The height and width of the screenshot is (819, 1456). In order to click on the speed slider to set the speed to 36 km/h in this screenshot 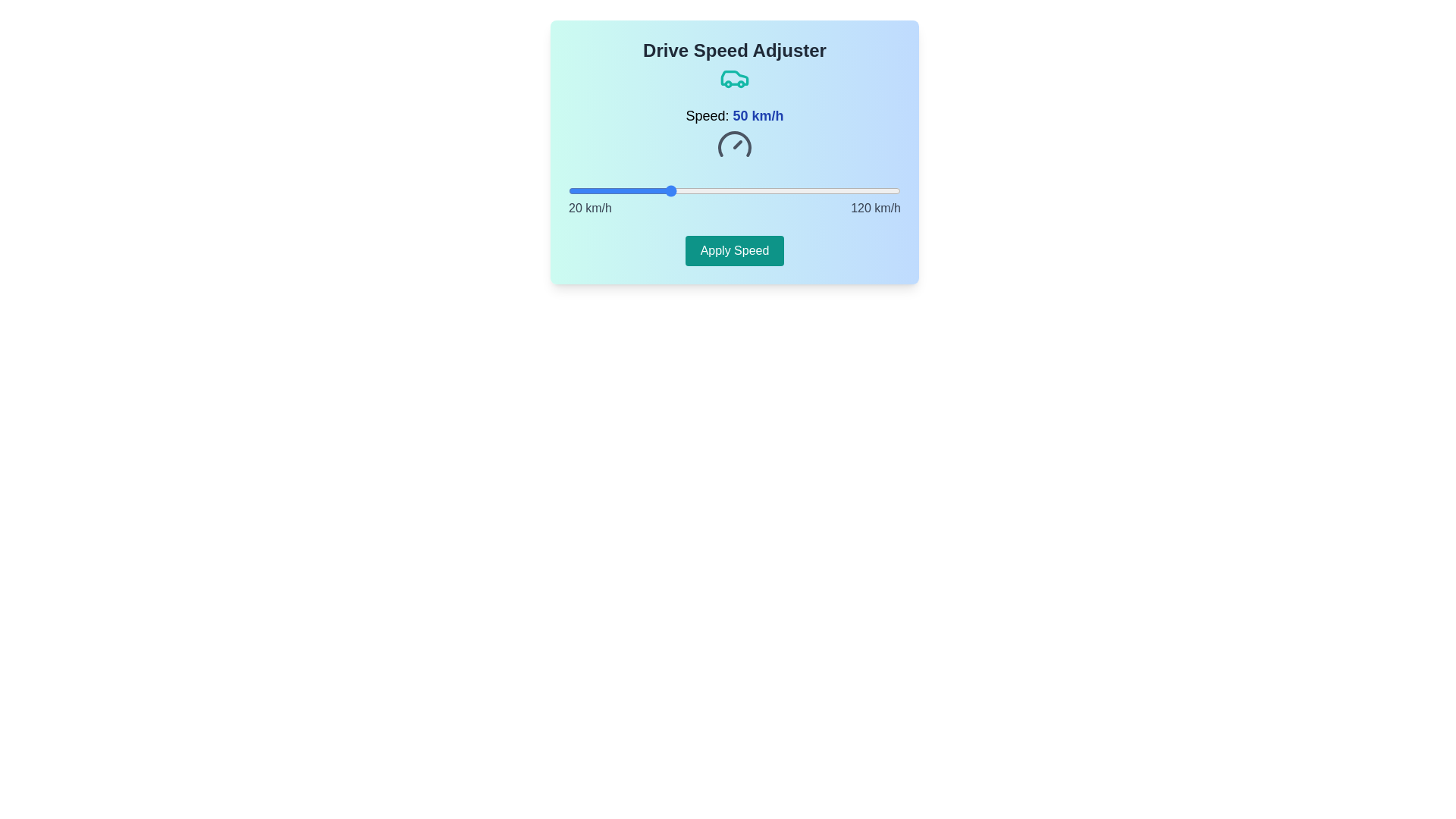, I will do `click(622, 190)`.